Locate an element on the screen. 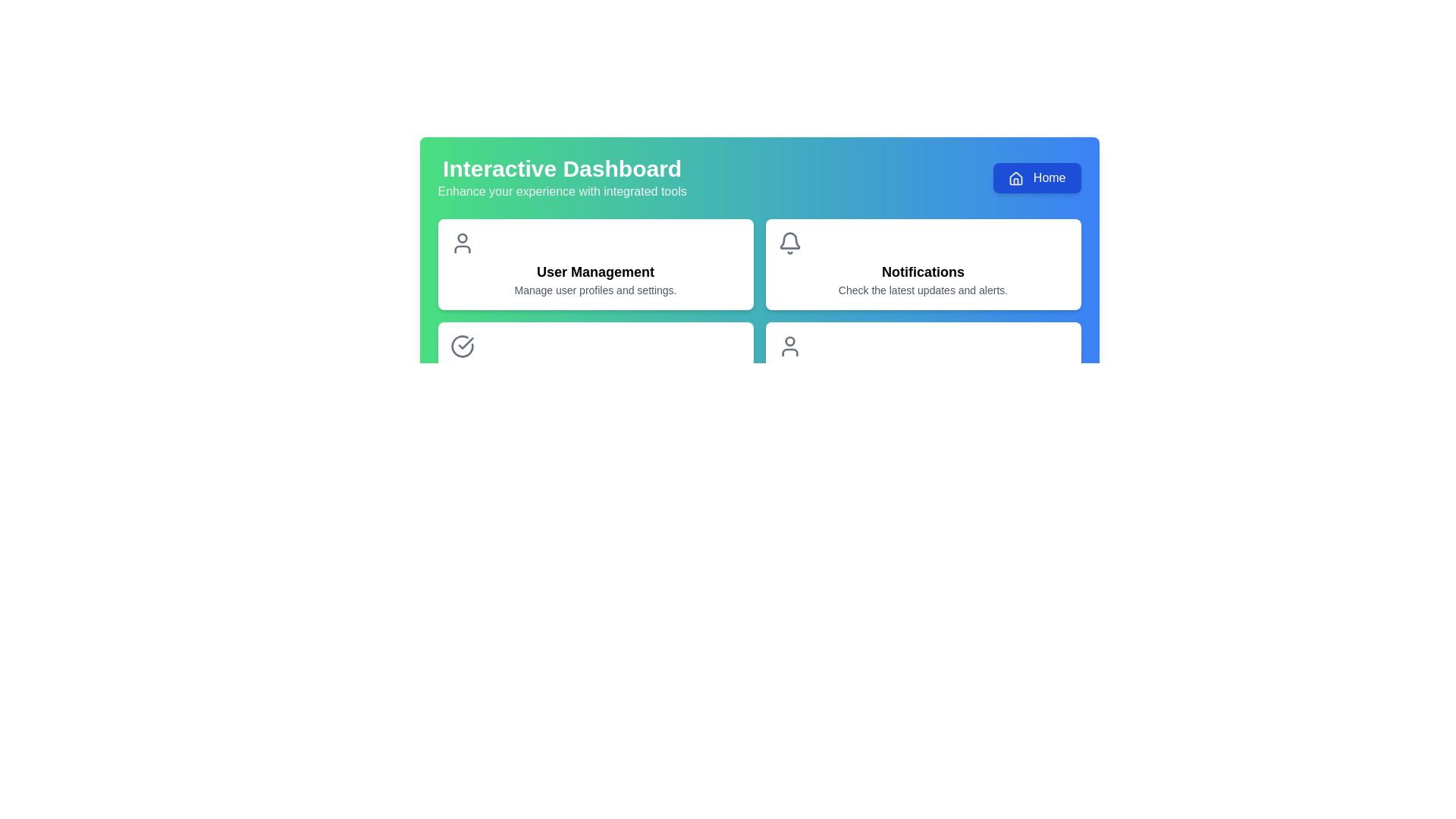  the task monitoring card located in the second row of the grid layout, positioned below the 'User Management' card and to the left of the 'Team Collaboration' card is located at coordinates (595, 368).